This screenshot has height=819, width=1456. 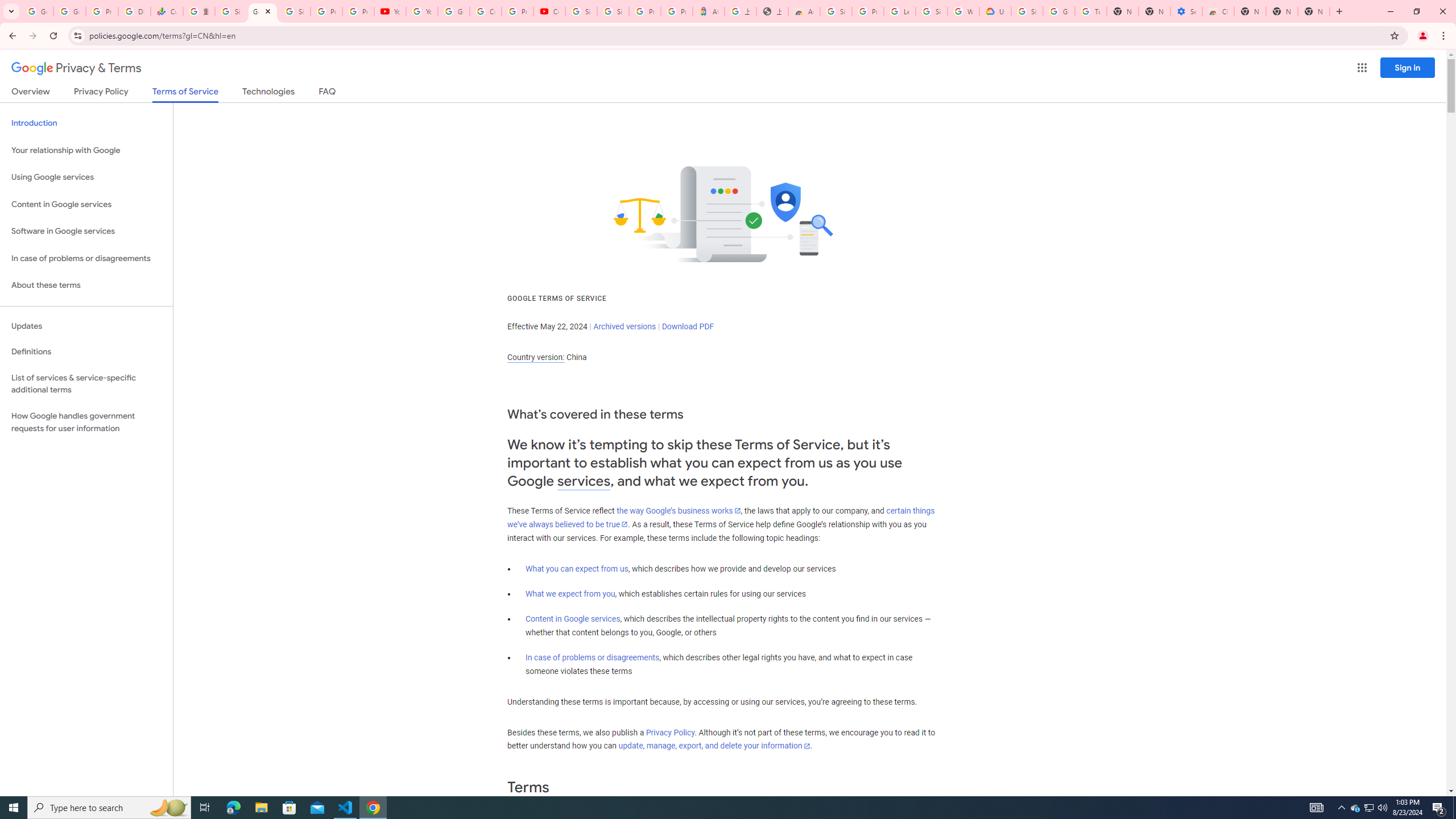 I want to click on 'Software in Google services', so click(x=86, y=230).